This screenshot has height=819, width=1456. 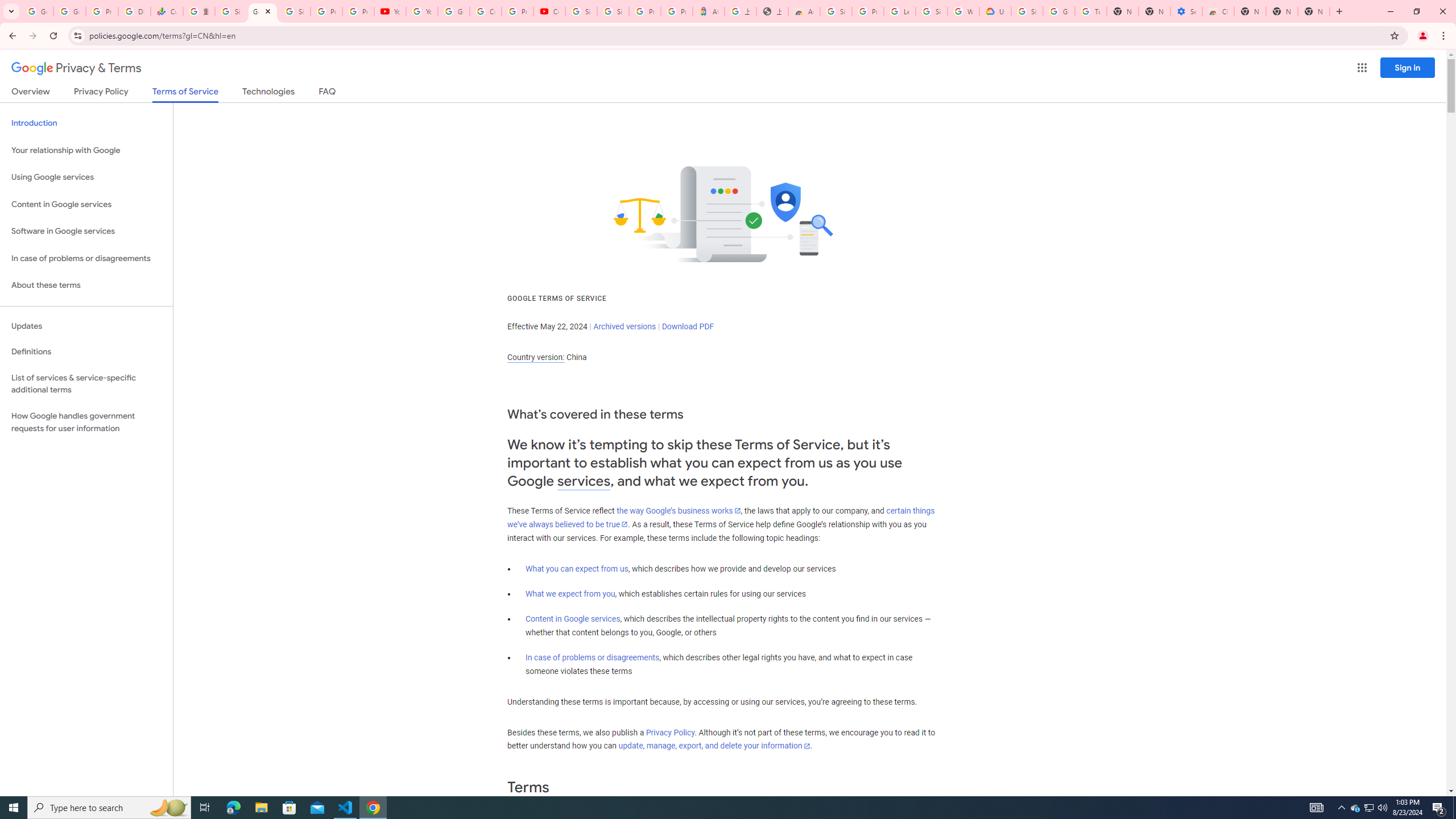 I want to click on 'Software in Google services', so click(x=86, y=230).